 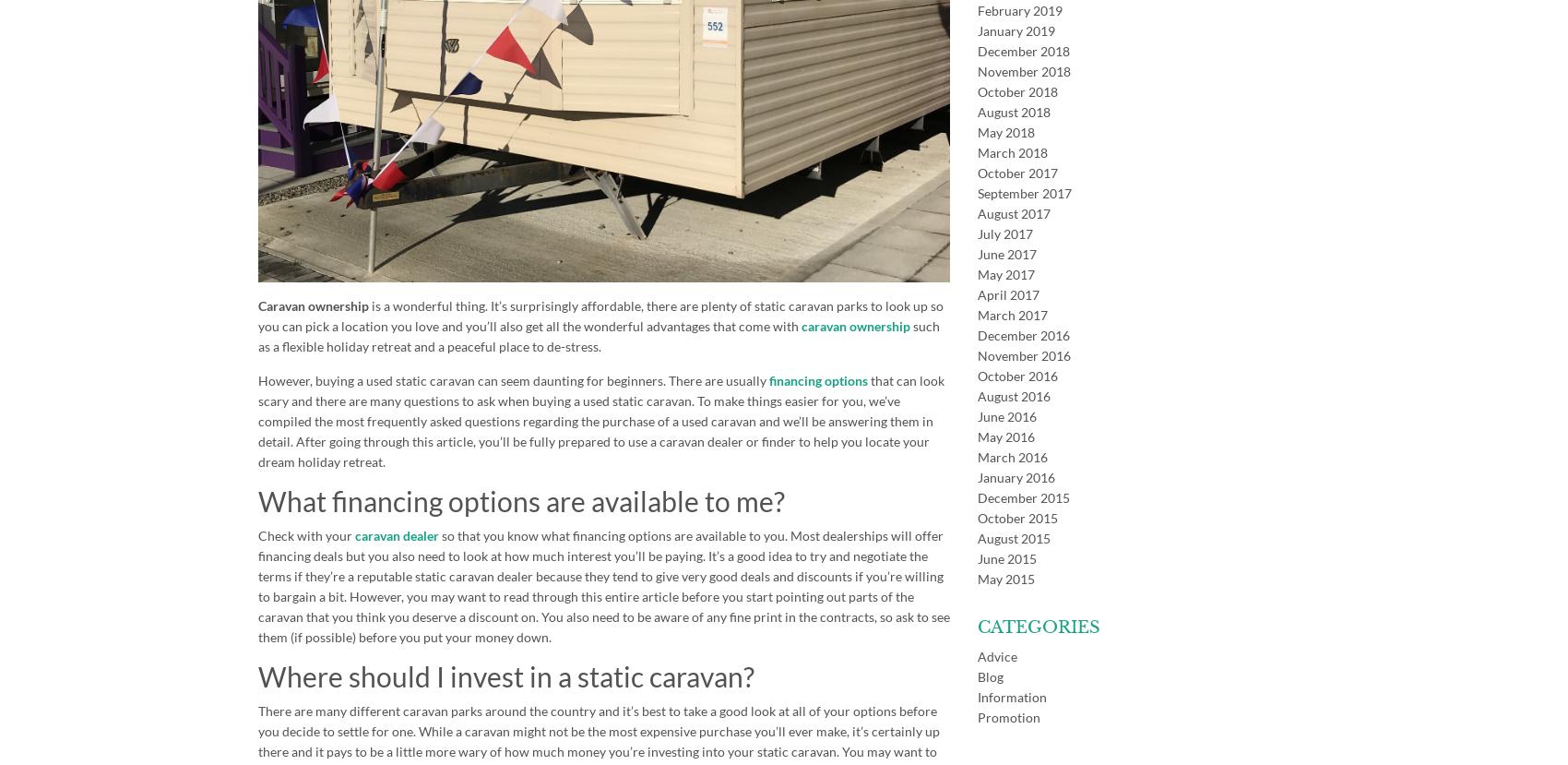 What do you see at coordinates (976, 355) in the screenshot?
I see `'November 2016'` at bounding box center [976, 355].